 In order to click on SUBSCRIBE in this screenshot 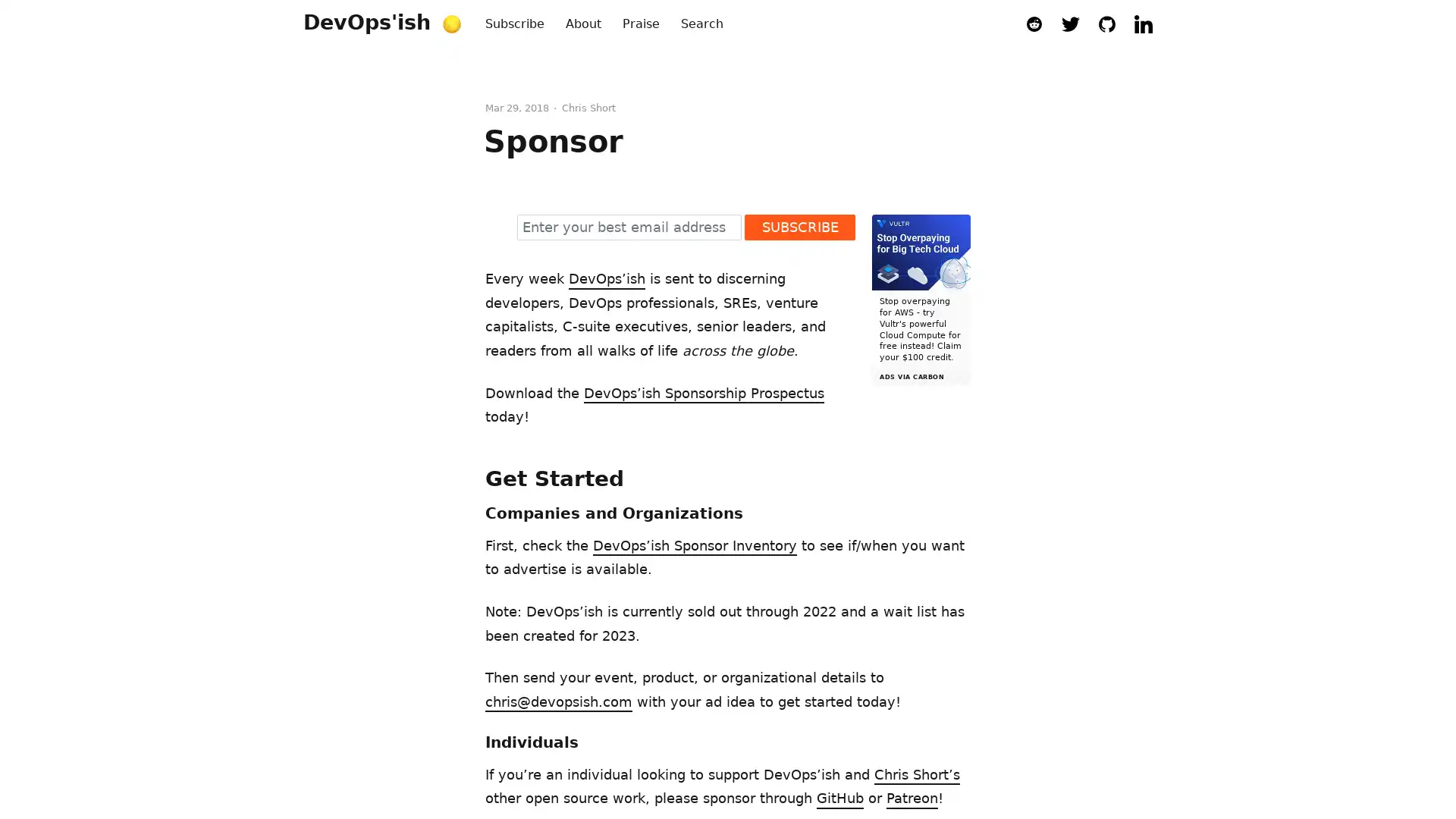, I will do `click(799, 227)`.